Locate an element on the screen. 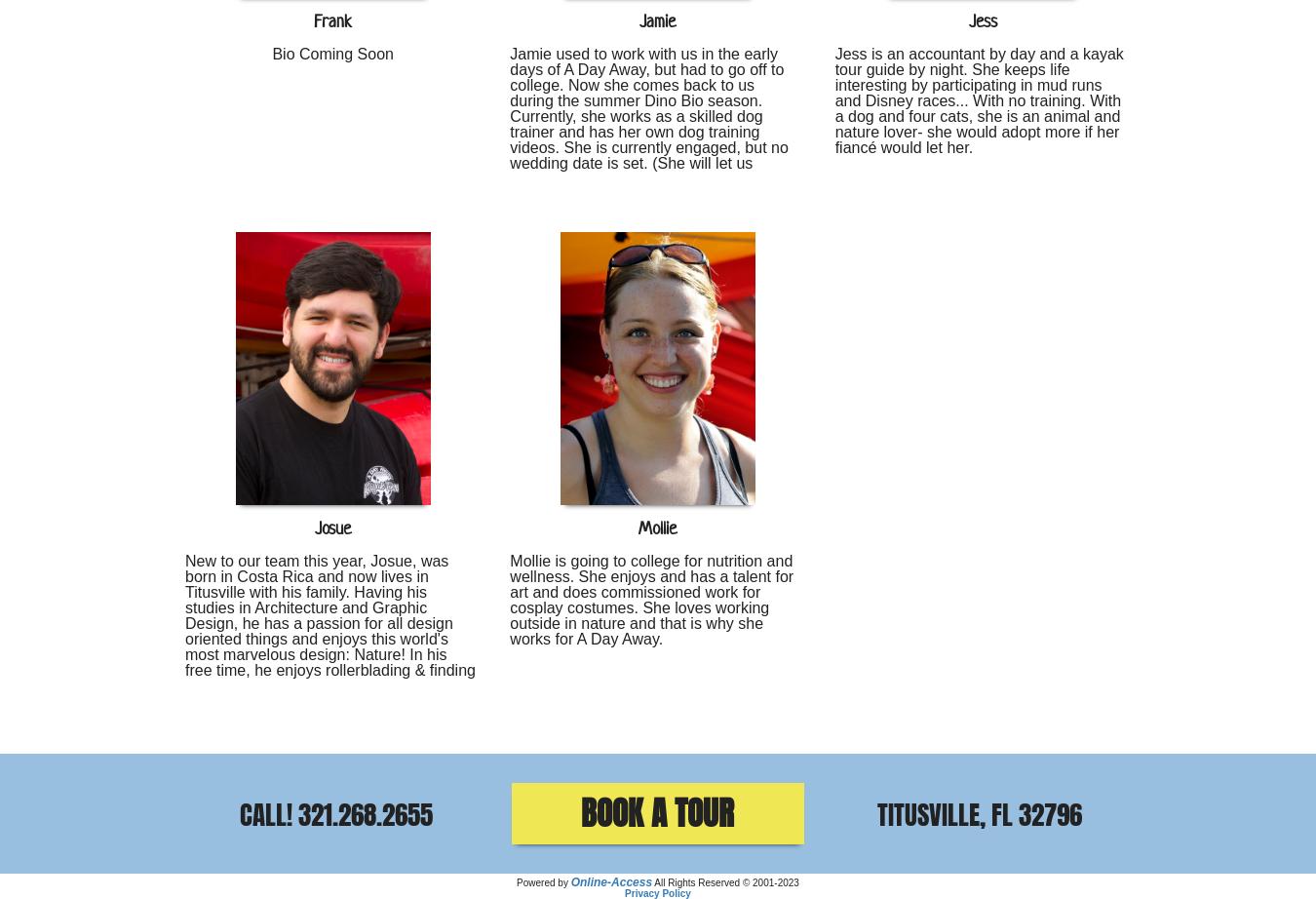 The width and height of the screenshot is (1316, 899). 'Titusville, FL 32796' is located at coordinates (978, 813).